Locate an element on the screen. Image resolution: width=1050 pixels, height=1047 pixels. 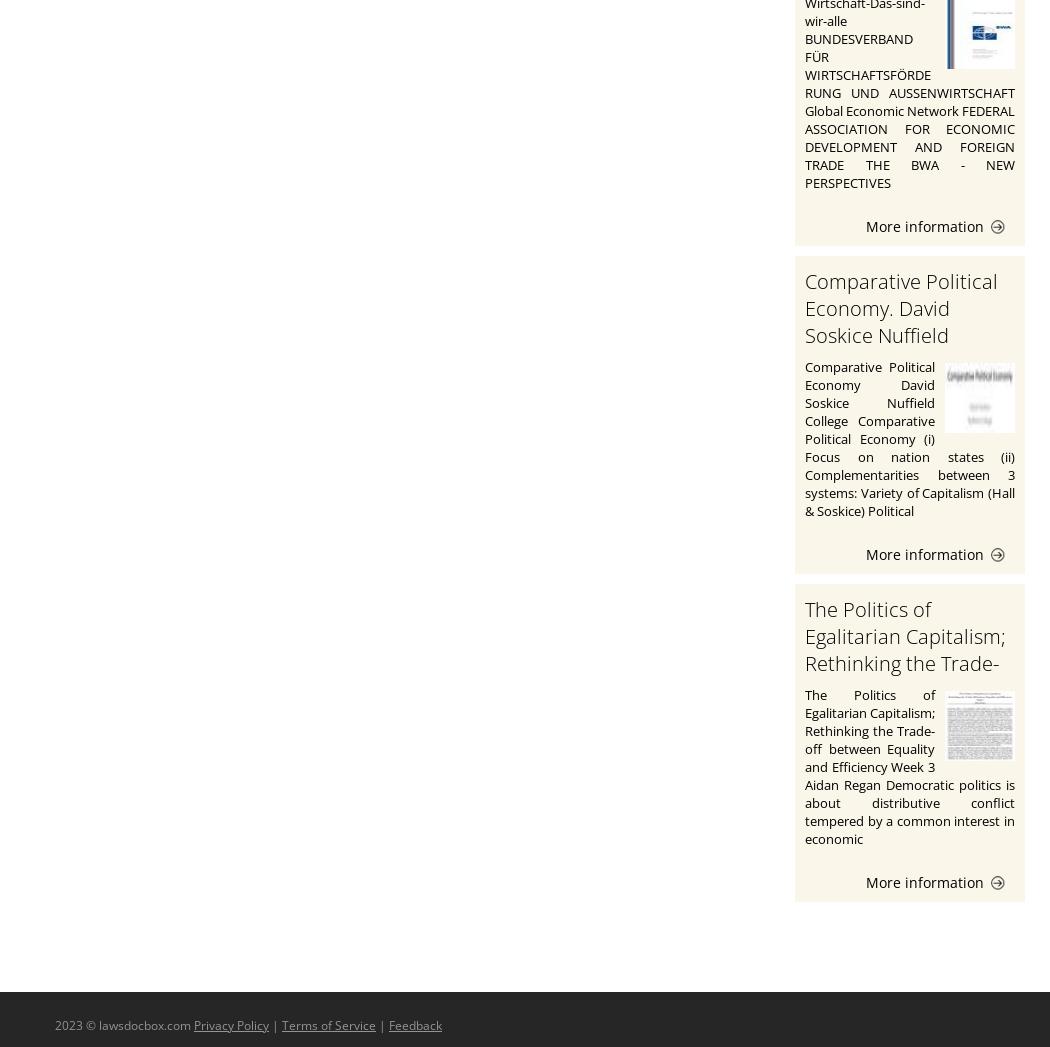
'Terms of Service' is located at coordinates (328, 1024).